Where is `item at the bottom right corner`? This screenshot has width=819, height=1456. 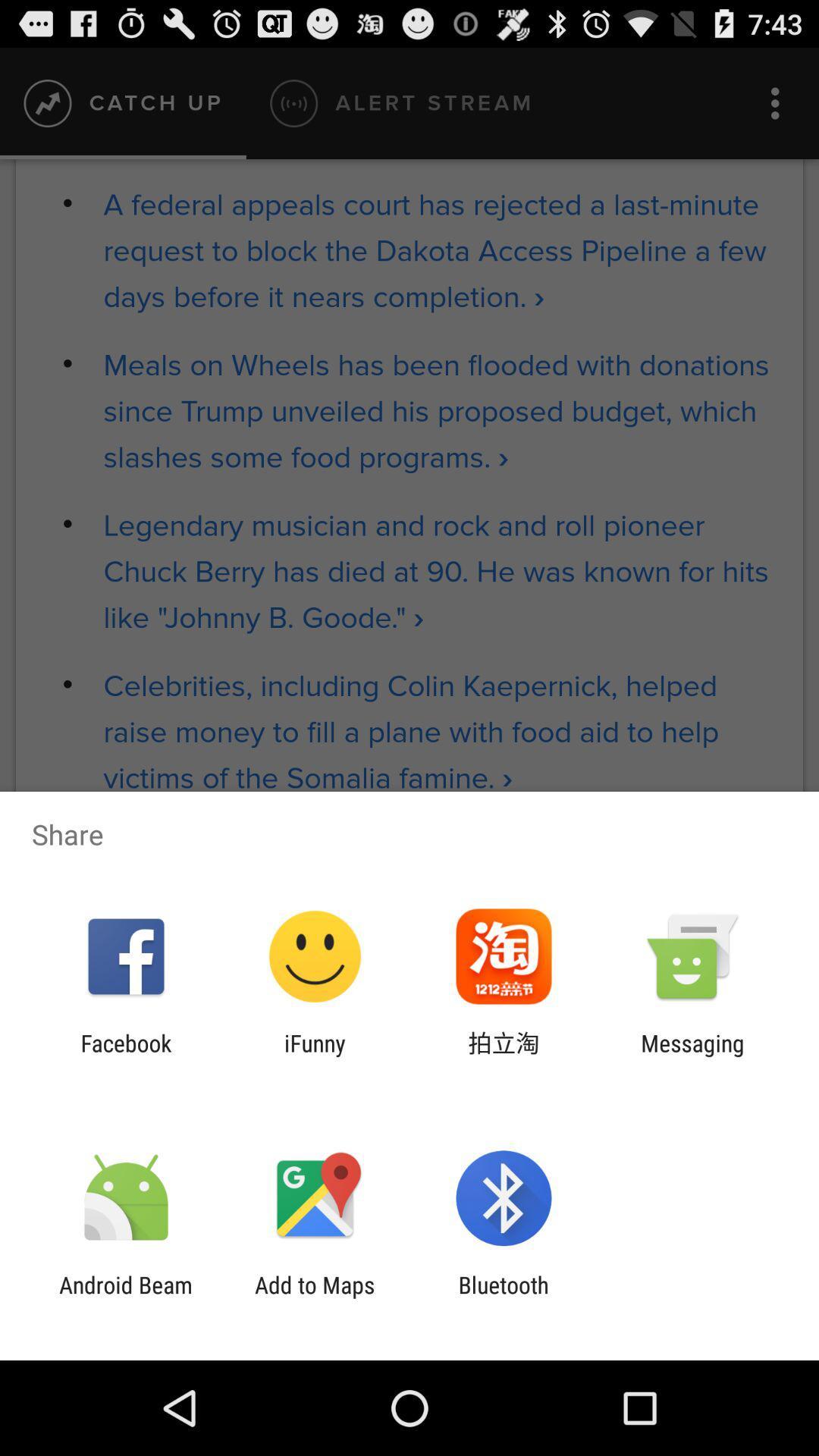 item at the bottom right corner is located at coordinates (692, 1056).